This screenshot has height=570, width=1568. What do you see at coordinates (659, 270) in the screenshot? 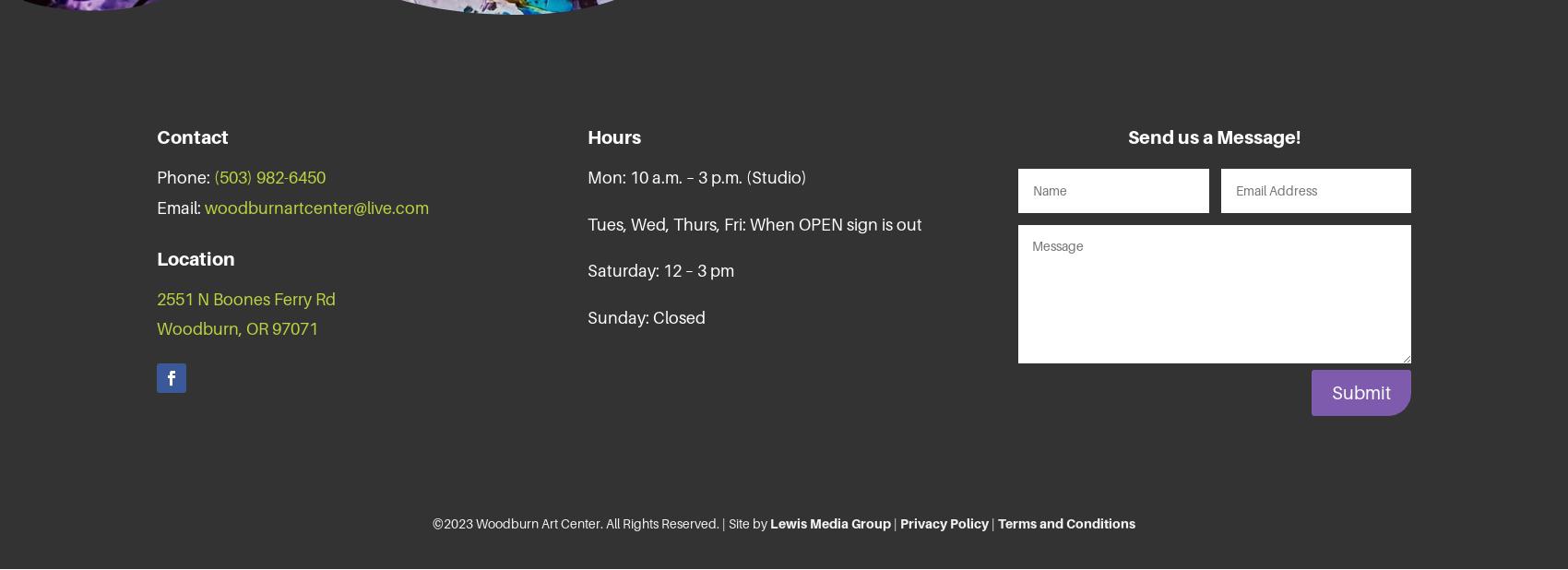
I see `'Saturday: 12 – 3 pm'` at bounding box center [659, 270].